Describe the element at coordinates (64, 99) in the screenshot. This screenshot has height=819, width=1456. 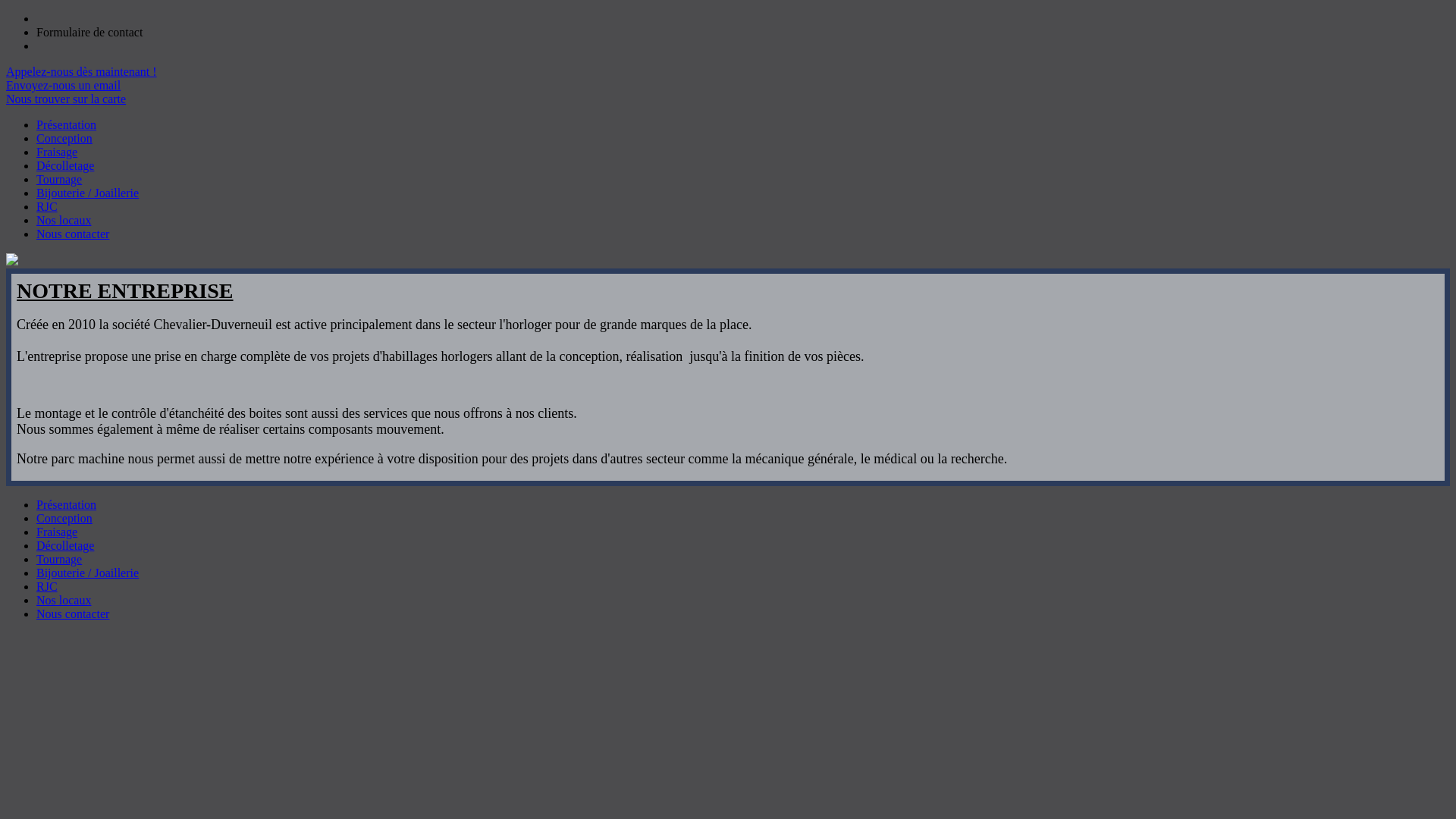
I see `'Nous trouver sur la carte'` at that location.